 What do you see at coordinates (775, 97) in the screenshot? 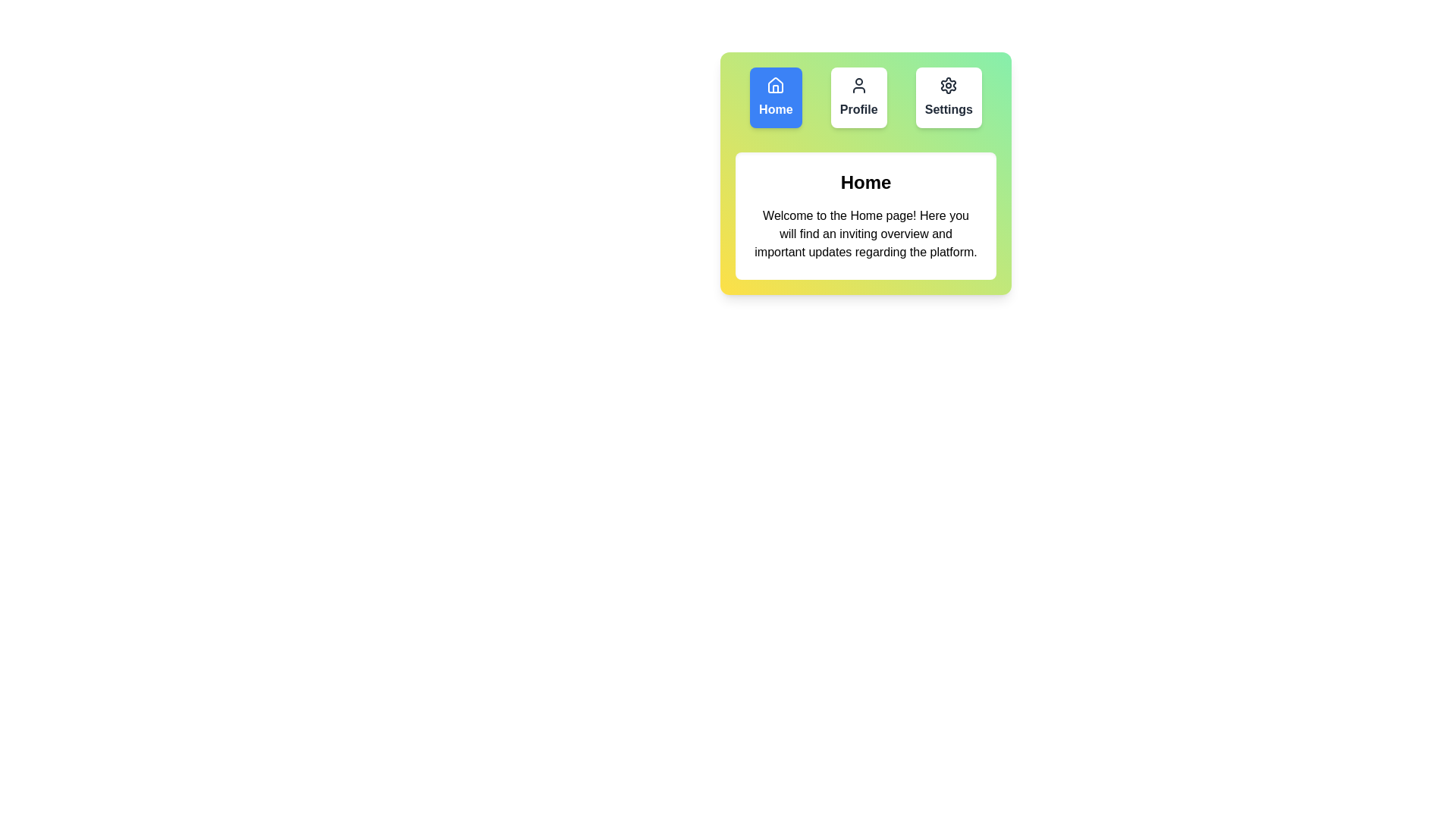
I see `the Home tab by clicking on its button` at bounding box center [775, 97].